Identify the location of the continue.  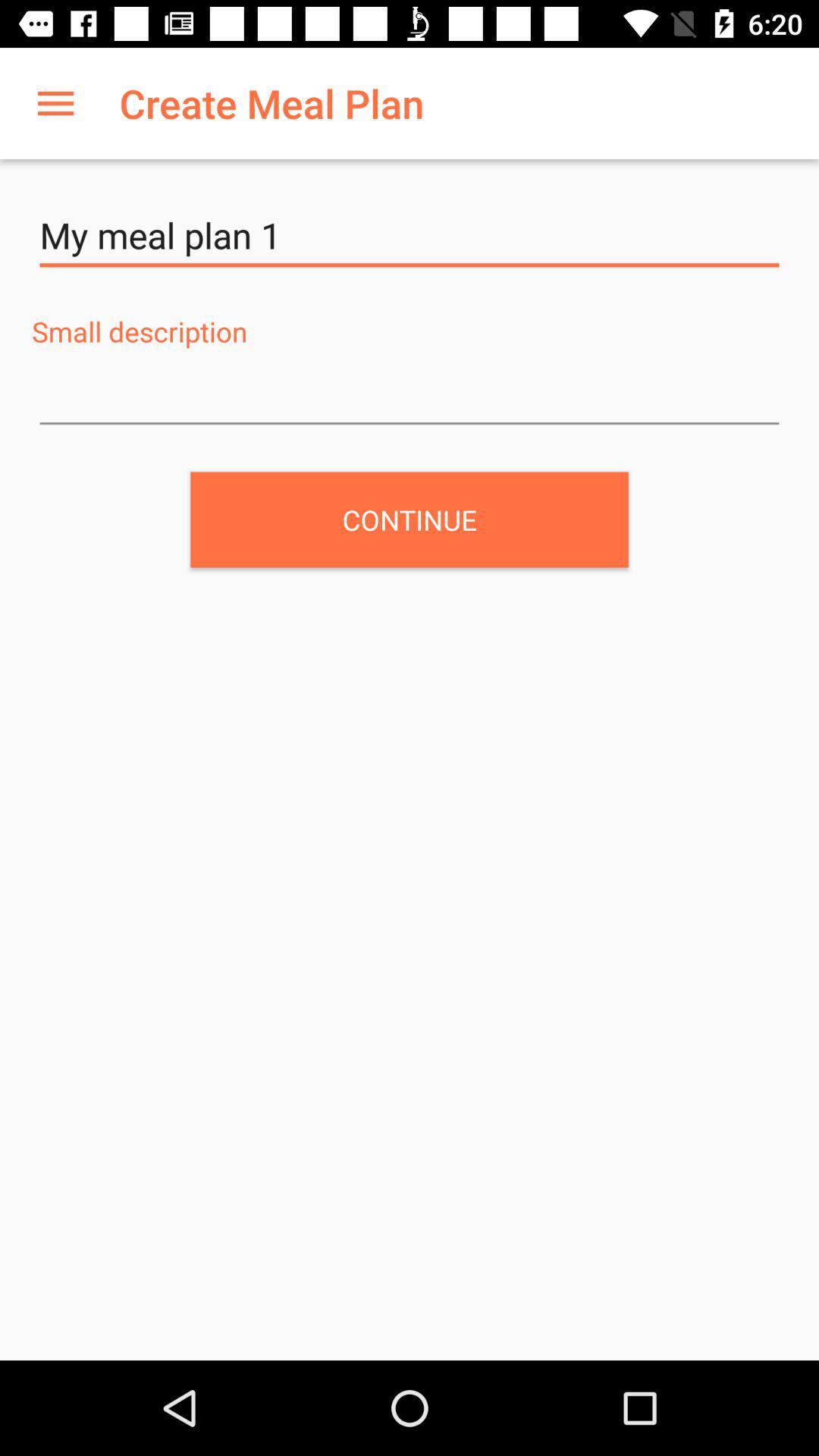
(409, 519).